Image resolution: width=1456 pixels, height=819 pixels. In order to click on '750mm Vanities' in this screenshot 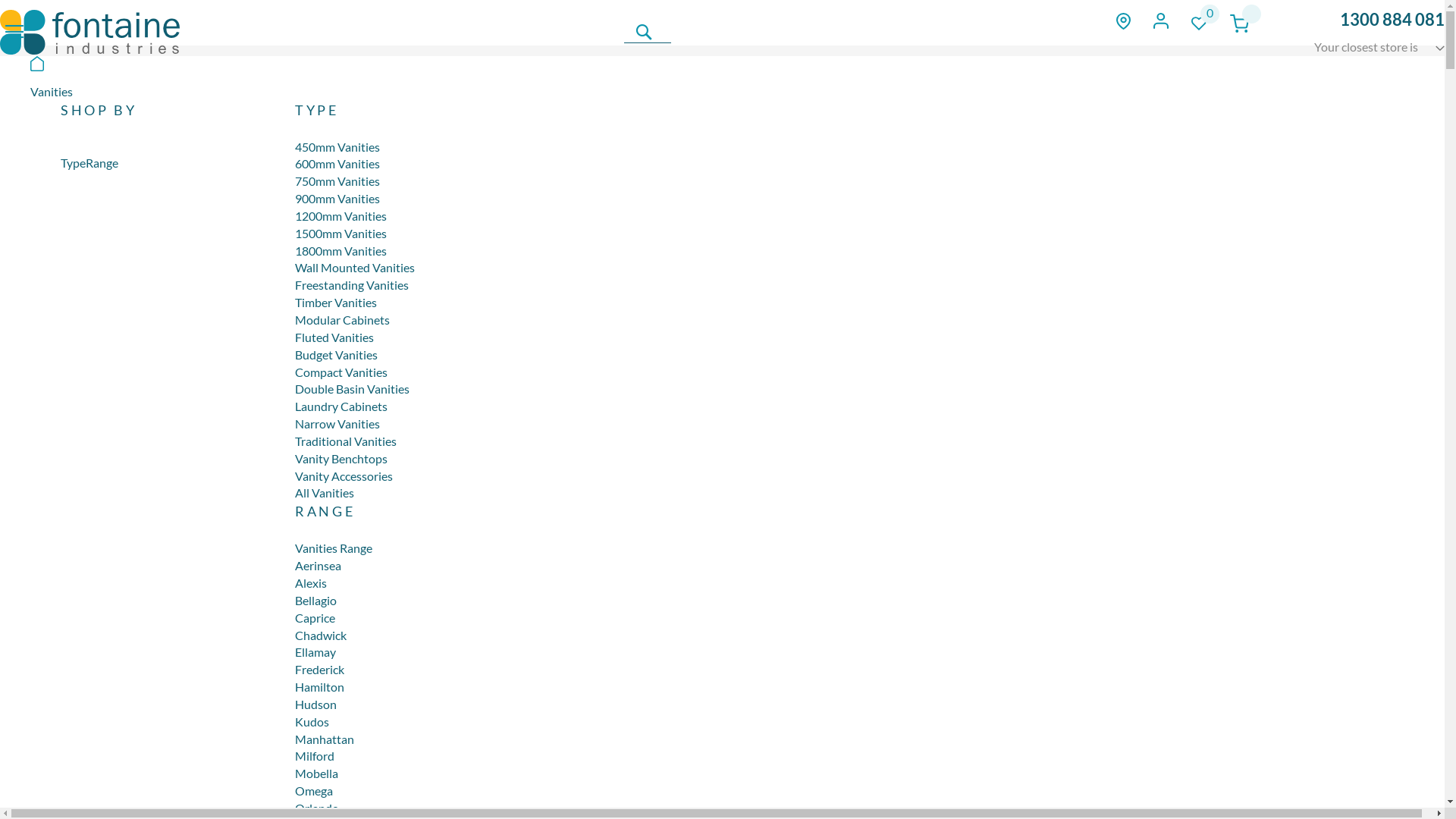, I will do `click(337, 180)`.